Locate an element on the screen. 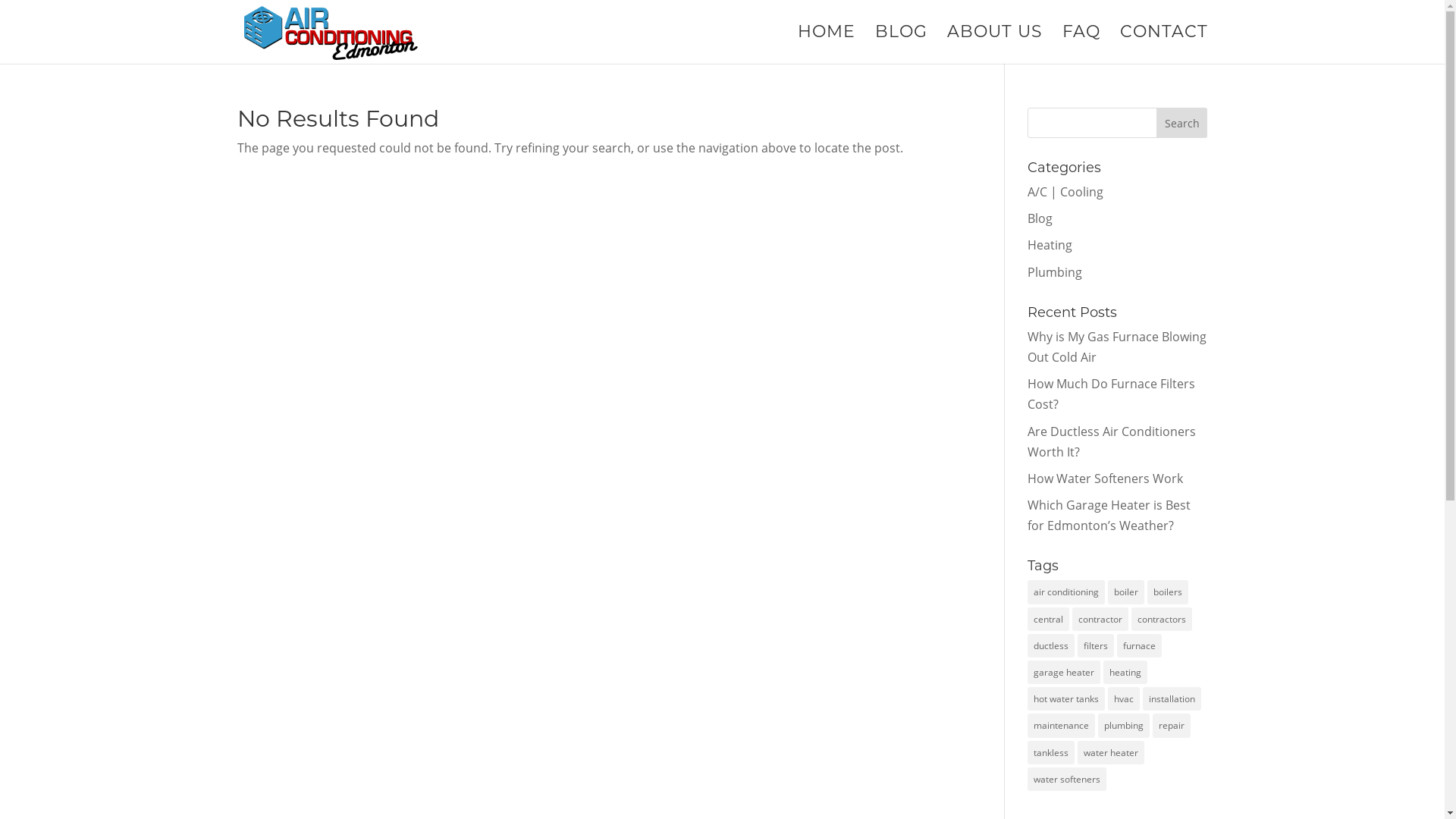 This screenshot has width=1456, height=819. 'contractor' is located at coordinates (1100, 619).